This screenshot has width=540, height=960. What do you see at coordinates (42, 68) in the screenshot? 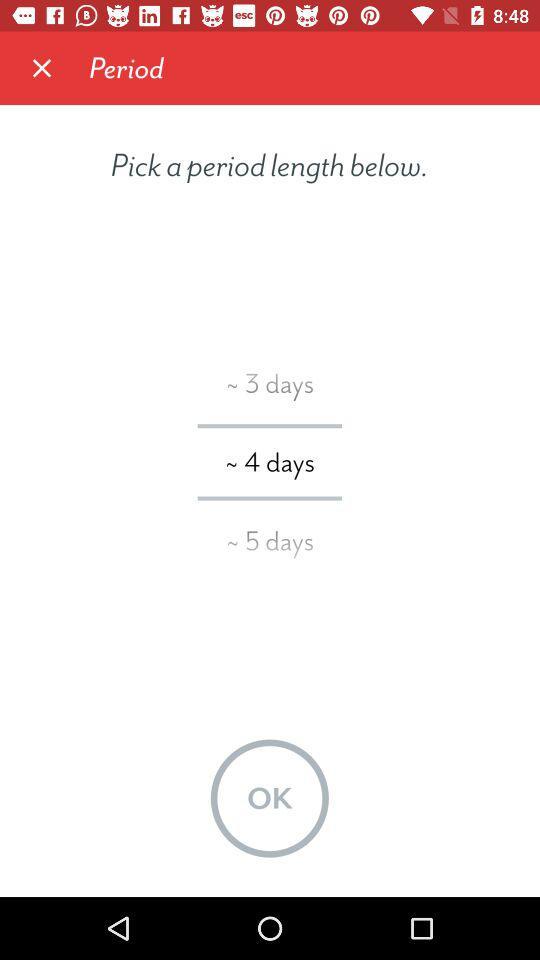
I see `close option` at bounding box center [42, 68].